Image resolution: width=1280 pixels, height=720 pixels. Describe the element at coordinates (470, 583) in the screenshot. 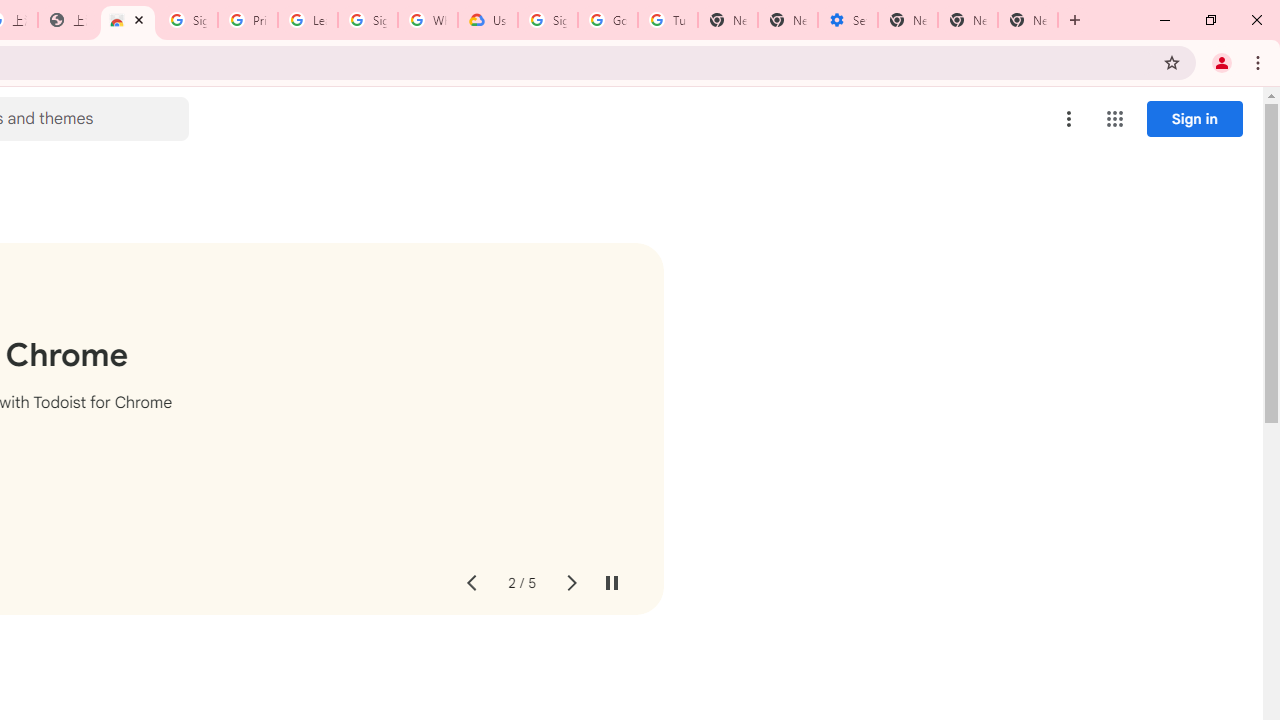

I see `'Previous slide'` at that location.